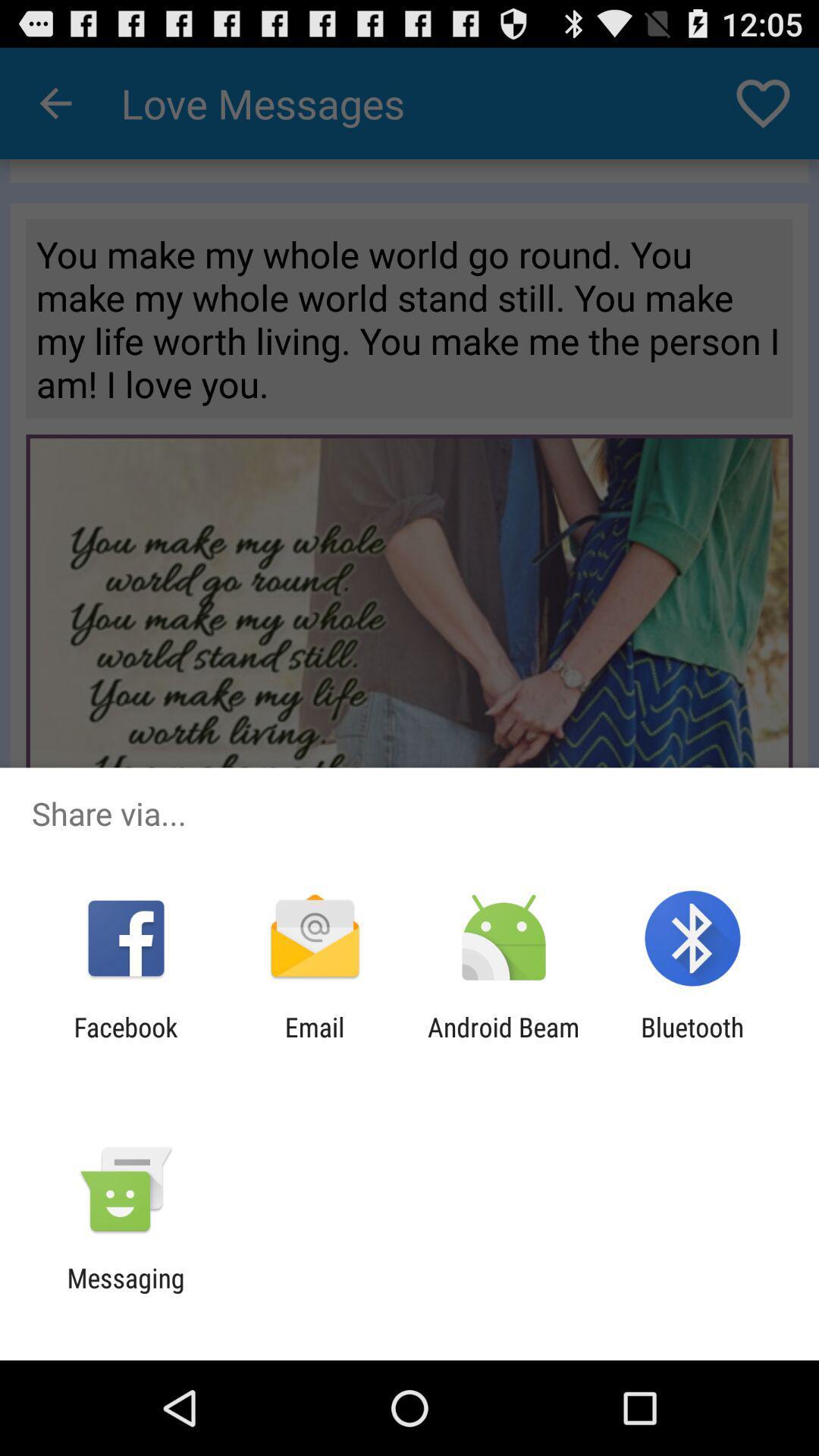 The width and height of the screenshot is (819, 1456). Describe the element at coordinates (504, 1042) in the screenshot. I see `item next to the email` at that location.